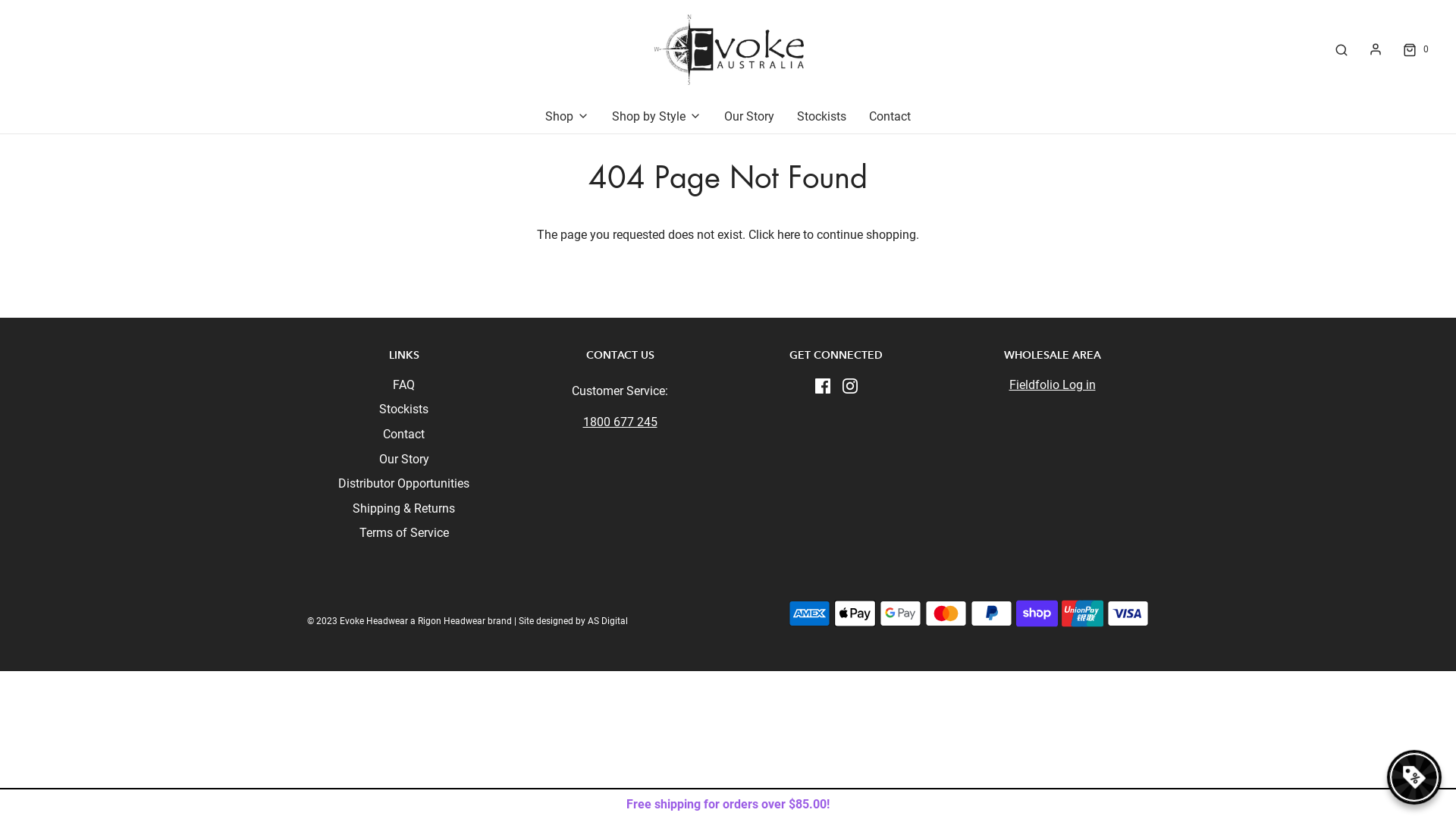  Describe the element at coordinates (848, 384) in the screenshot. I see `'Instagram icon'` at that location.